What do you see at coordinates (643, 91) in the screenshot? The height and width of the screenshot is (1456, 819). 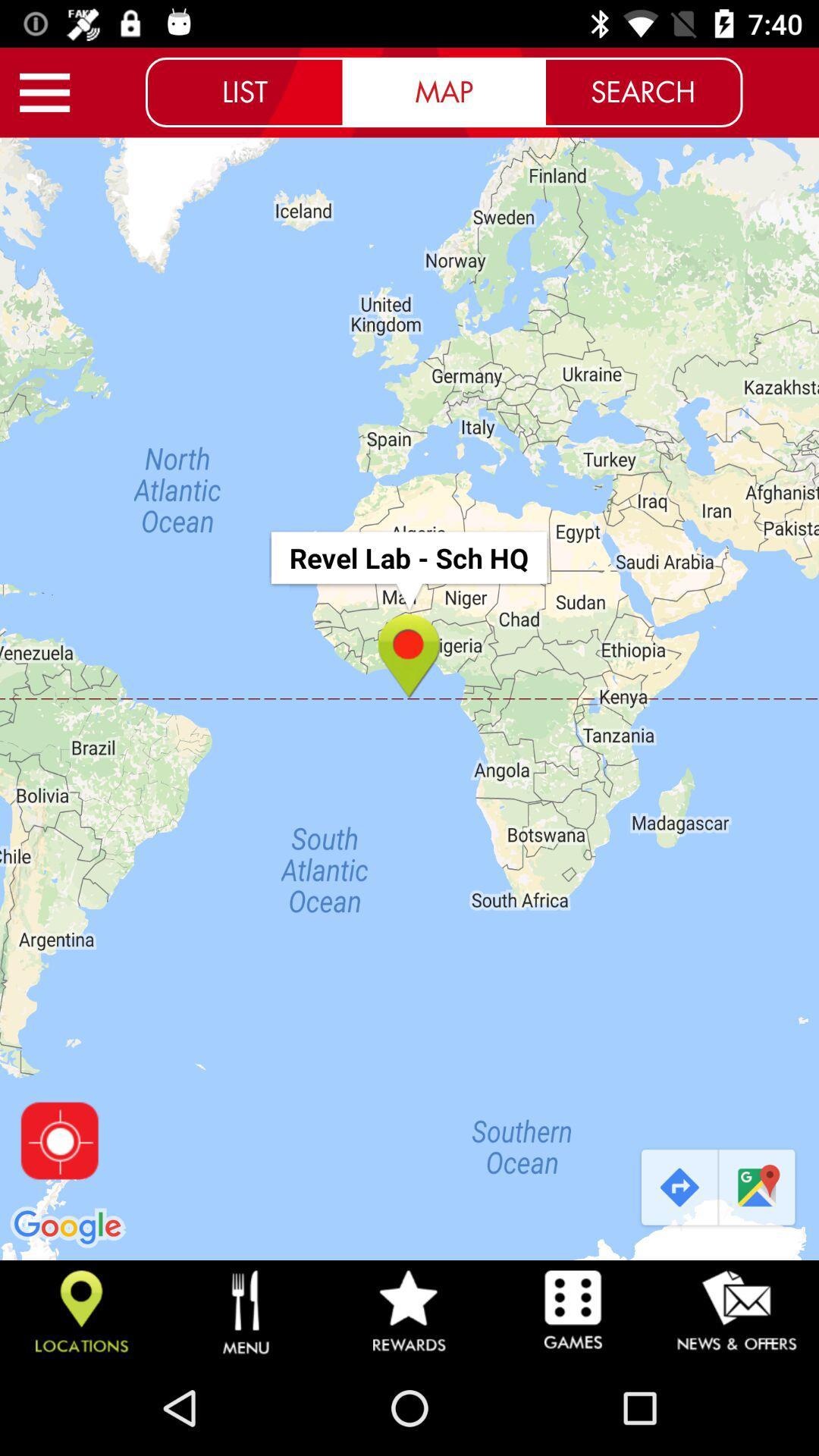 I see `the icon to the right of map item` at bounding box center [643, 91].